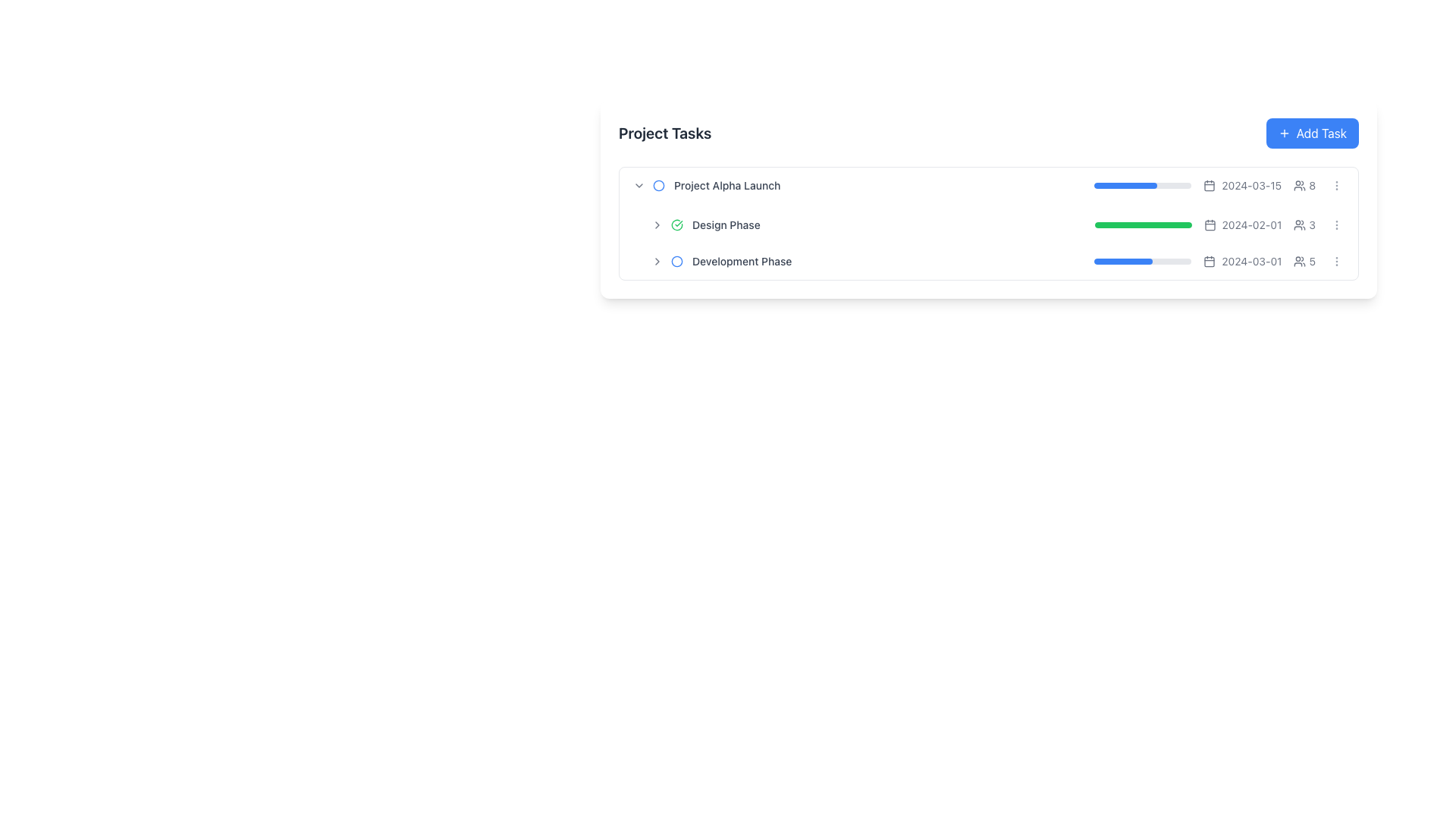 Image resolution: width=1456 pixels, height=819 pixels. What do you see at coordinates (1252, 225) in the screenshot?
I see `the static text label displaying the date '2024-02-01' that is styled in grey and small font, located next to a calendar icon in the task row` at bounding box center [1252, 225].